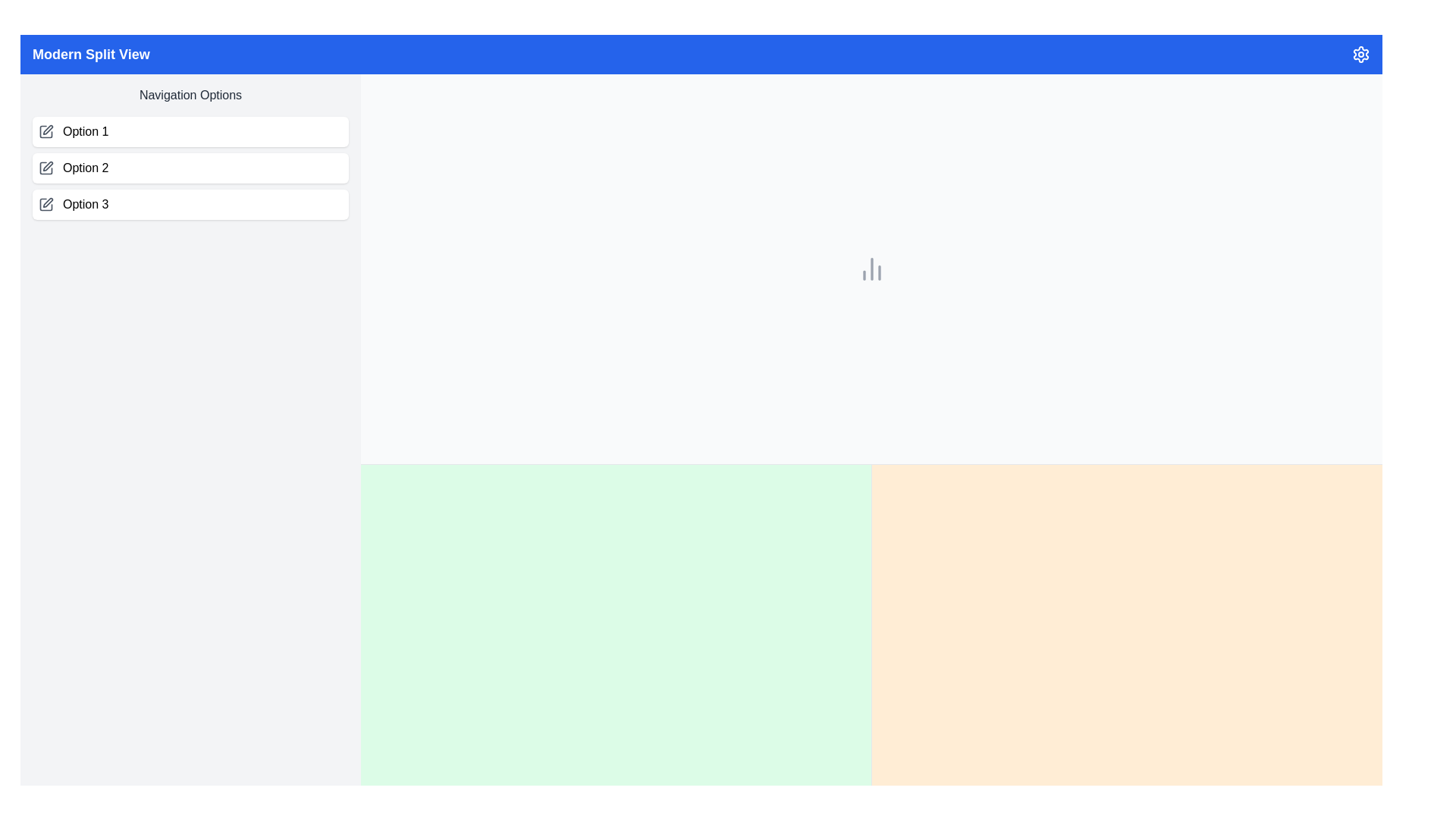 The image size is (1456, 819). Describe the element at coordinates (48, 202) in the screenshot. I see `the edit icon associated with 'Option 3' in the left sidebar` at that location.